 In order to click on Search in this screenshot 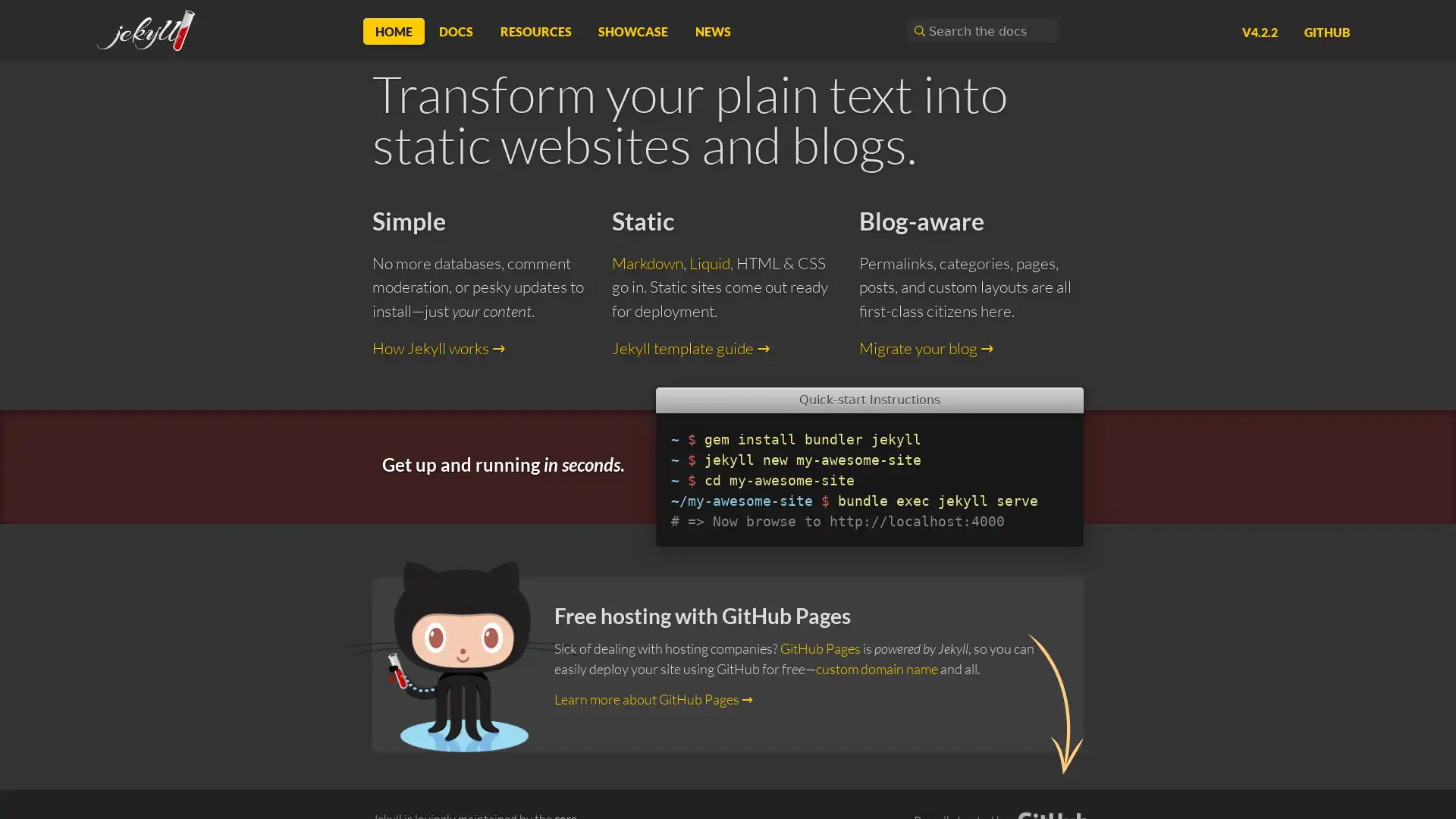, I will do `click(917, 30)`.